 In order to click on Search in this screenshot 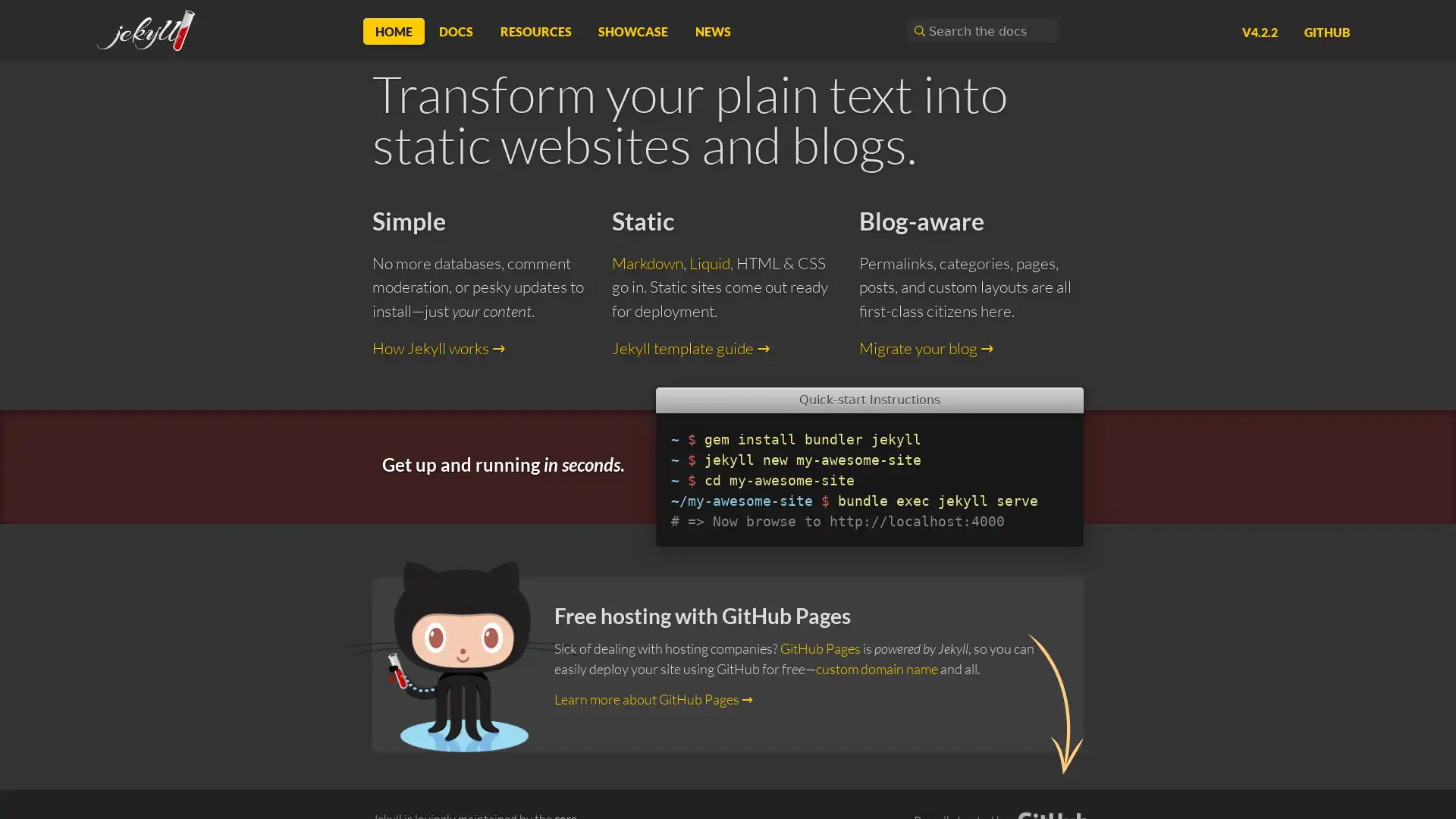, I will do `click(917, 30)`.